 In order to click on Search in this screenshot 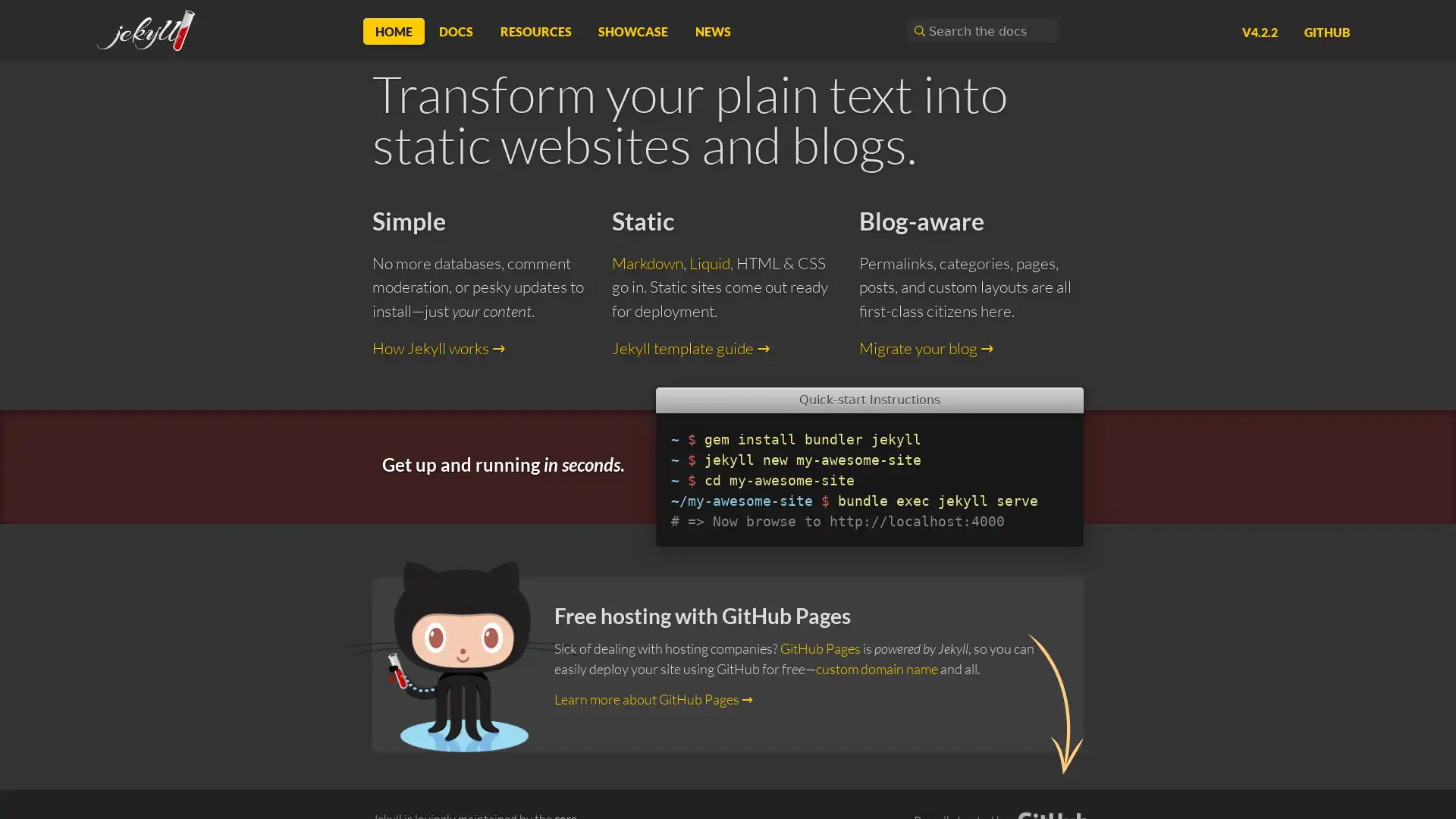, I will do `click(917, 30)`.